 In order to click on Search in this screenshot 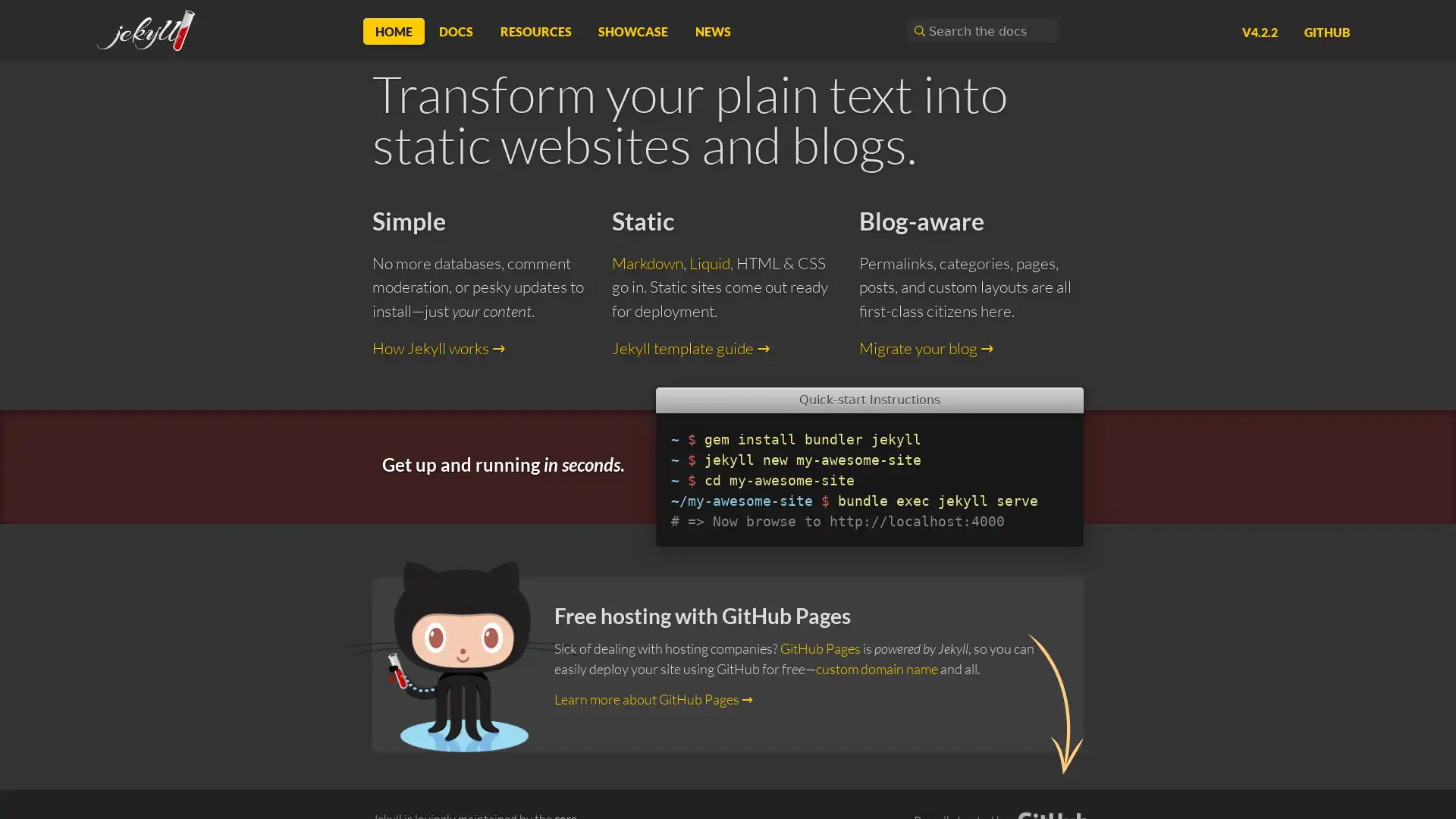, I will do `click(917, 30)`.